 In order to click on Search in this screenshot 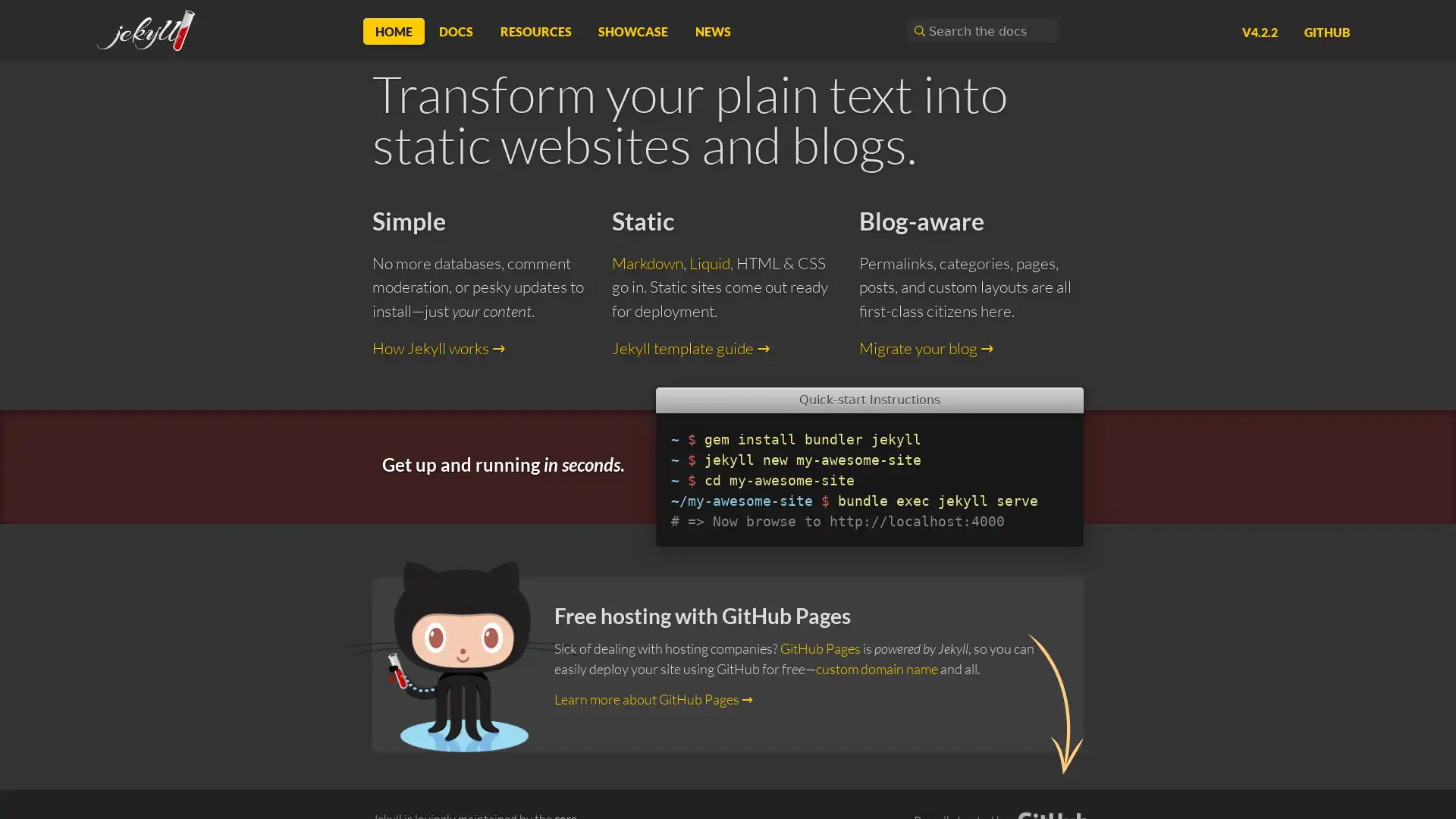, I will do `click(917, 30)`.